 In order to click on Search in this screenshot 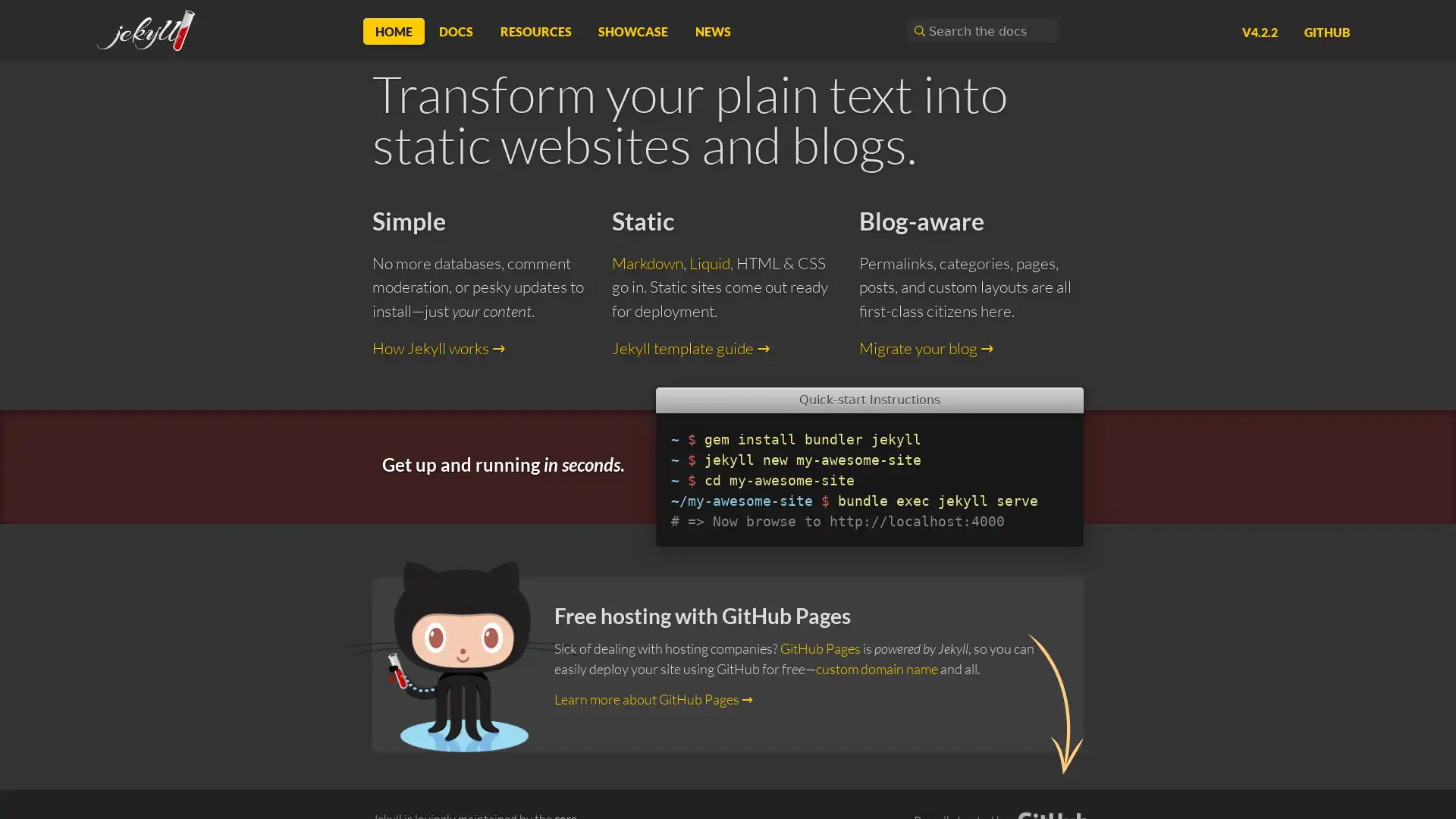, I will do `click(917, 30)`.